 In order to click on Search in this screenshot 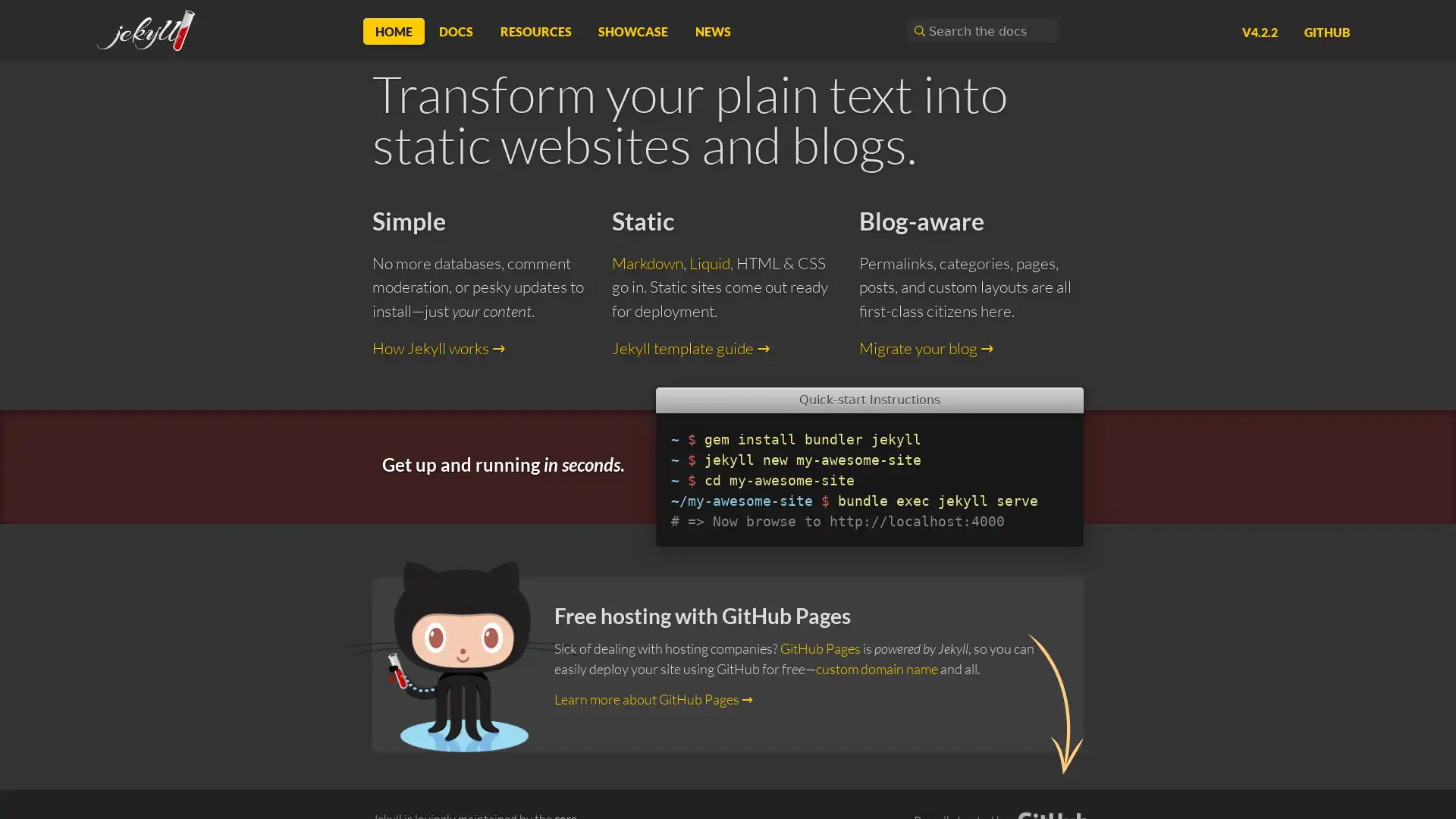, I will do `click(917, 30)`.